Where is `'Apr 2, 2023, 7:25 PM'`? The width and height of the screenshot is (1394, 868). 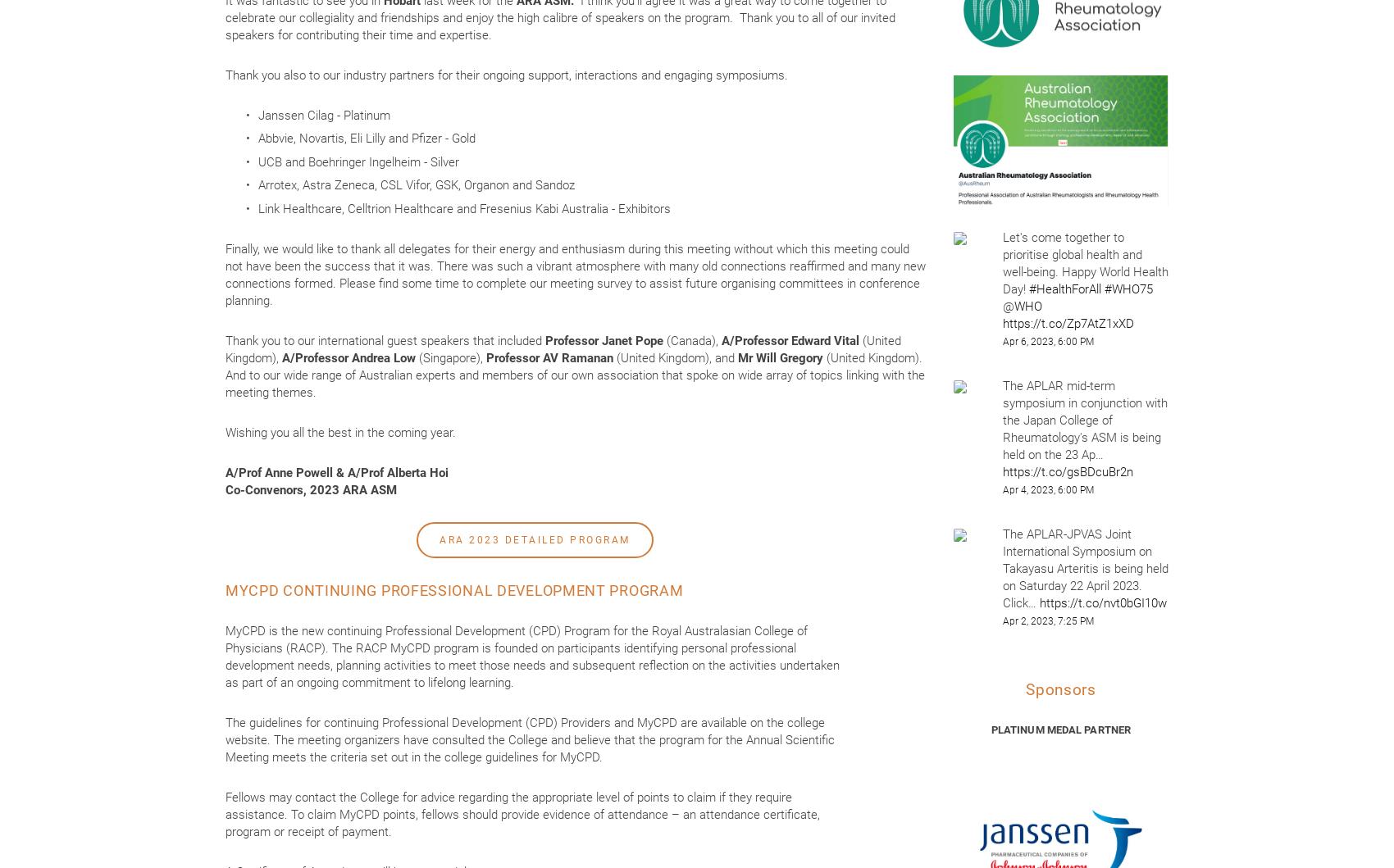
'Apr 2, 2023, 7:25 PM' is located at coordinates (1048, 620).